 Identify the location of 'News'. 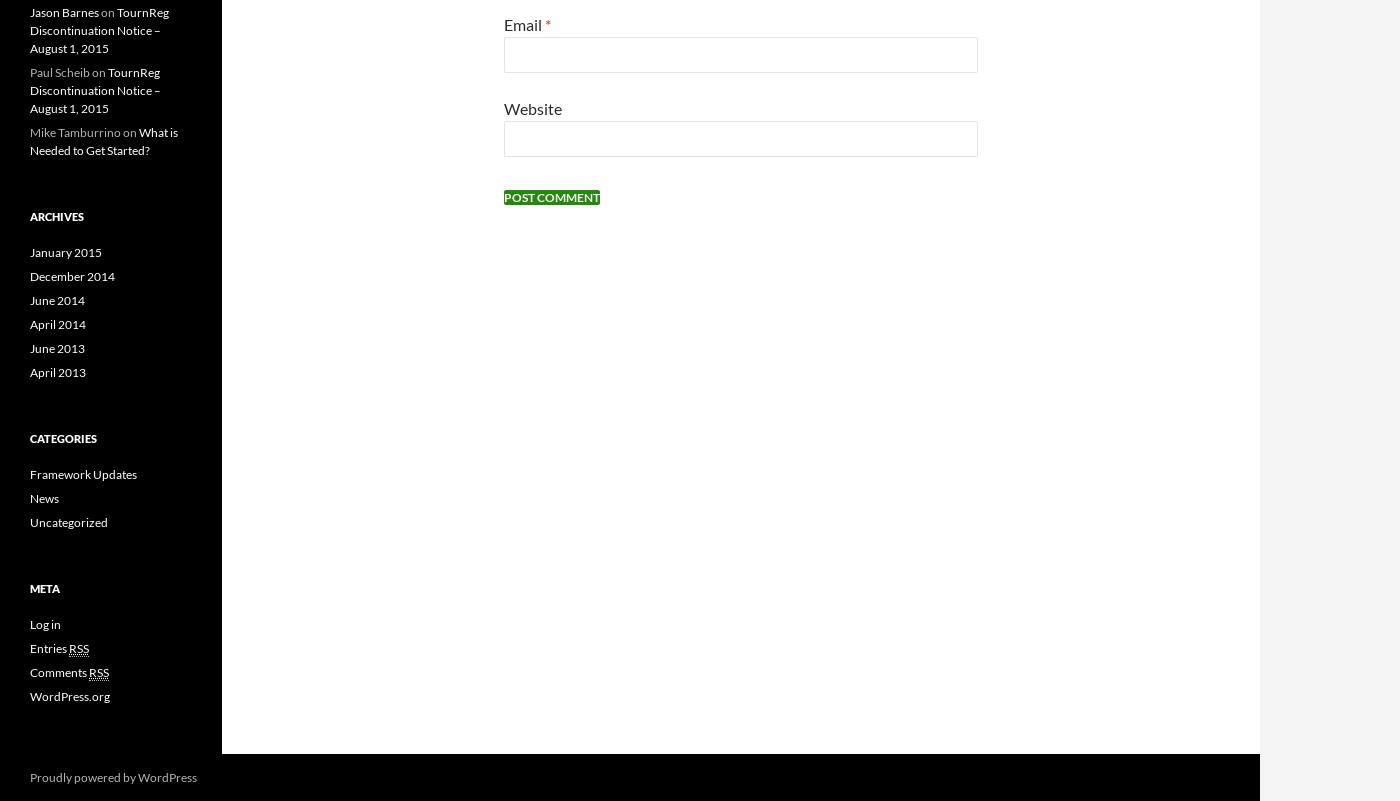
(44, 496).